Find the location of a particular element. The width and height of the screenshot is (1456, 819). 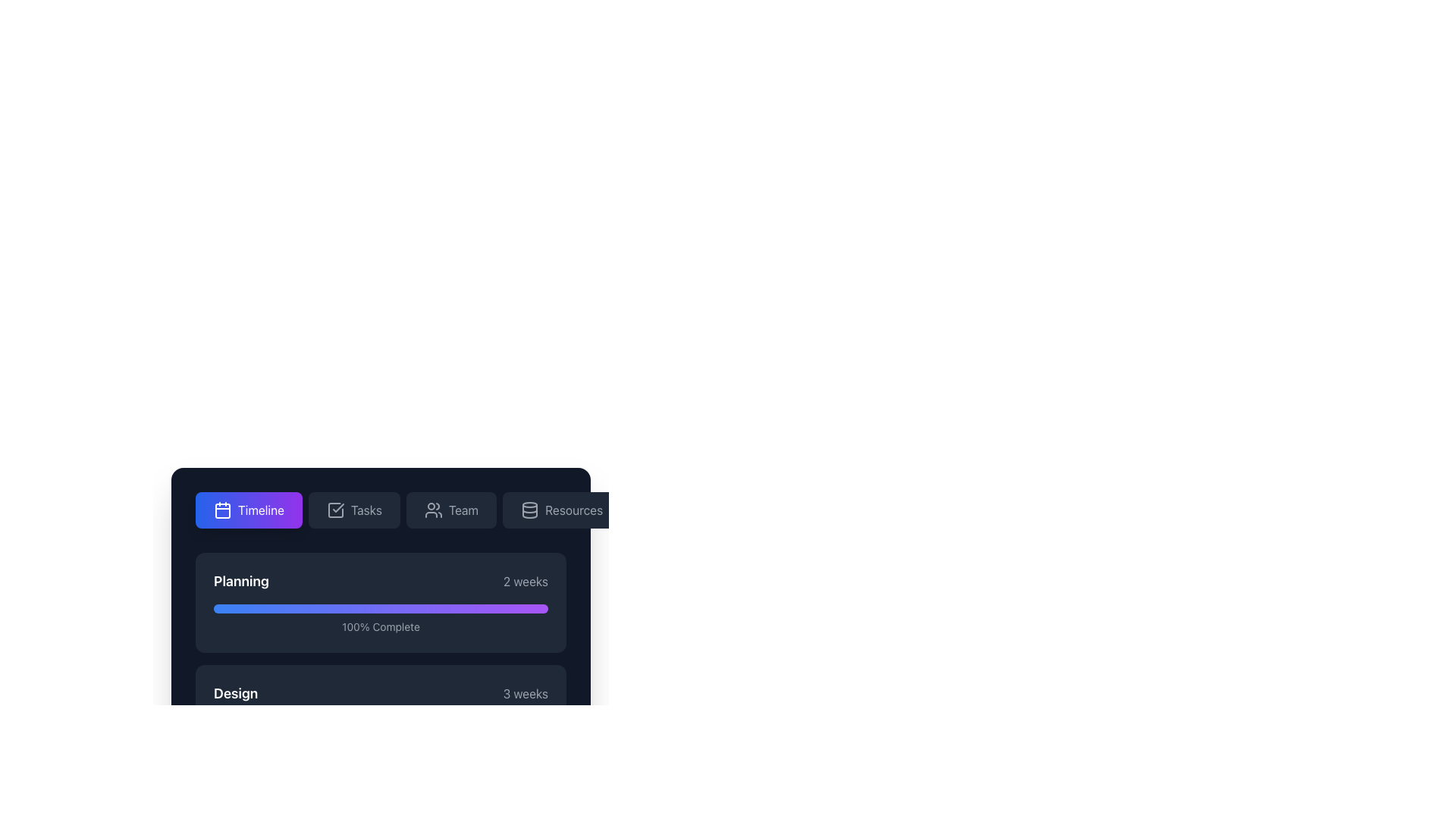

the textual display element that shows 'Development' on the left and '6 weeks' on the right, which is styled with distinct sizes and colors to indicate a hierarchy is located at coordinates (381, 805).